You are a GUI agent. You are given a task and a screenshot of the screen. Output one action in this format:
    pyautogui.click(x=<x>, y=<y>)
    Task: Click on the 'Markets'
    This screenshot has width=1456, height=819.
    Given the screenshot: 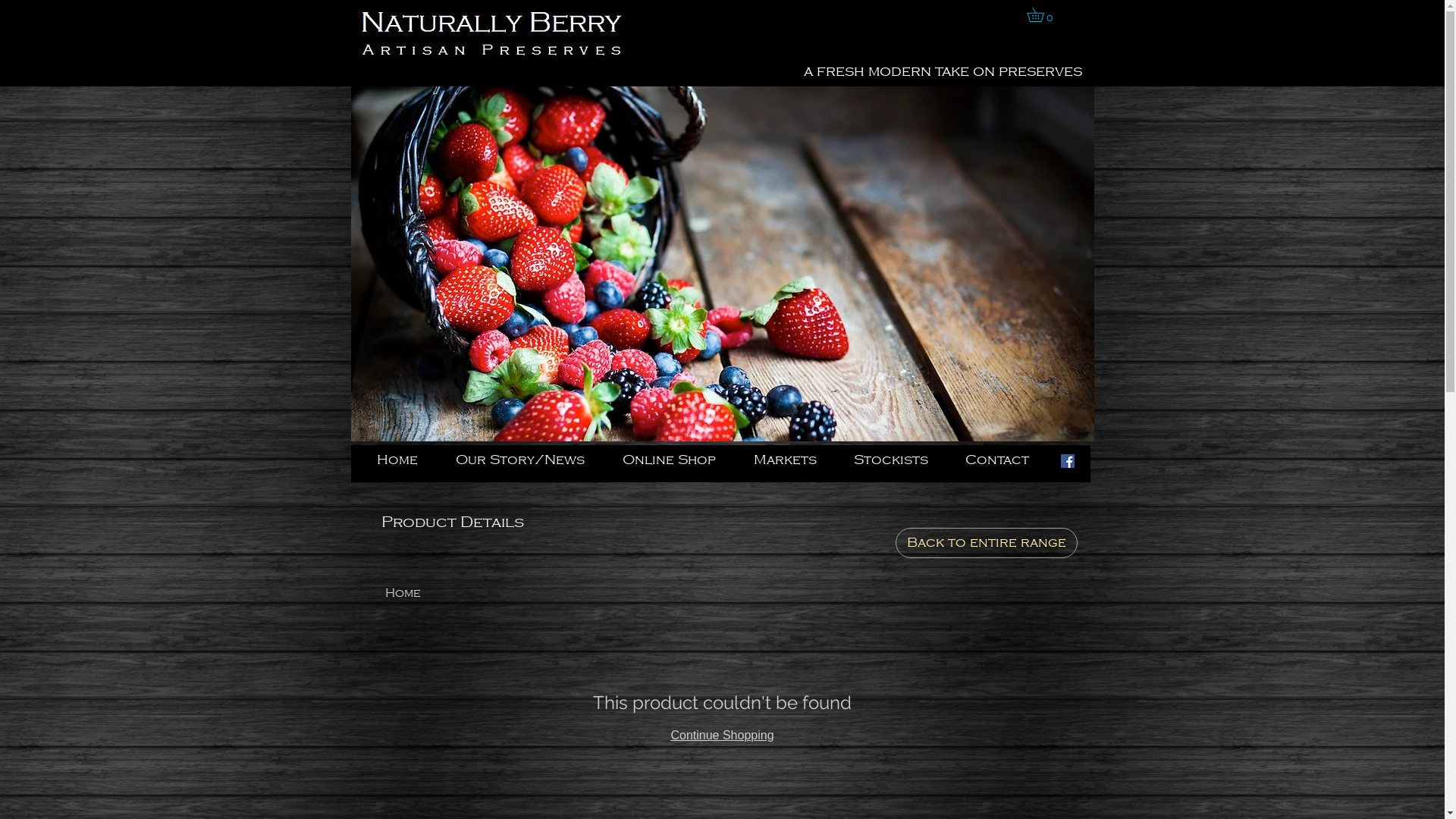 What is the action you would take?
    pyautogui.click(x=790, y=459)
    